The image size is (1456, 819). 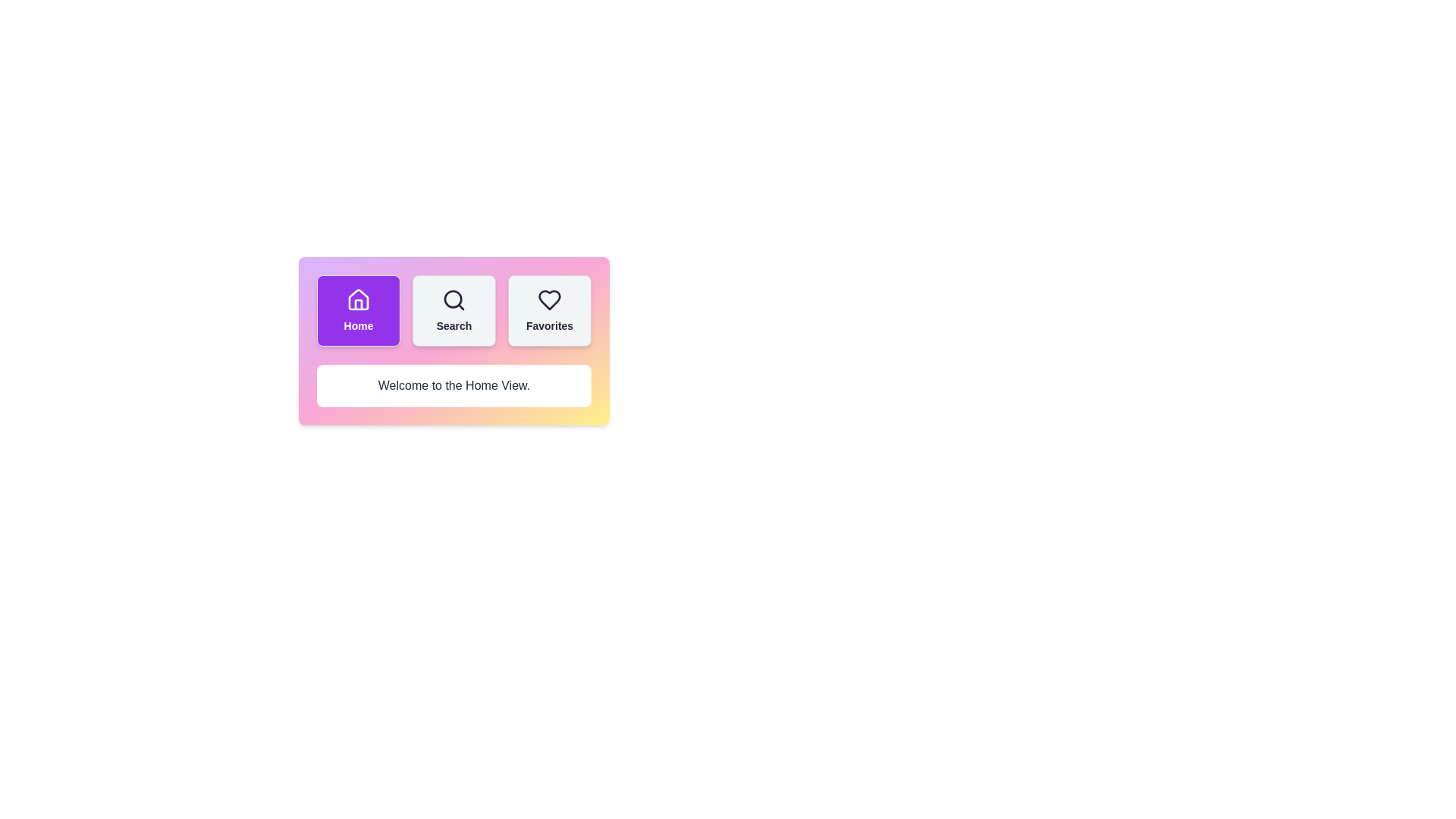 What do you see at coordinates (453, 300) in the screenshot?
I see `the search icon in the center of the 'Search' button` at bounding box center [453, 300].